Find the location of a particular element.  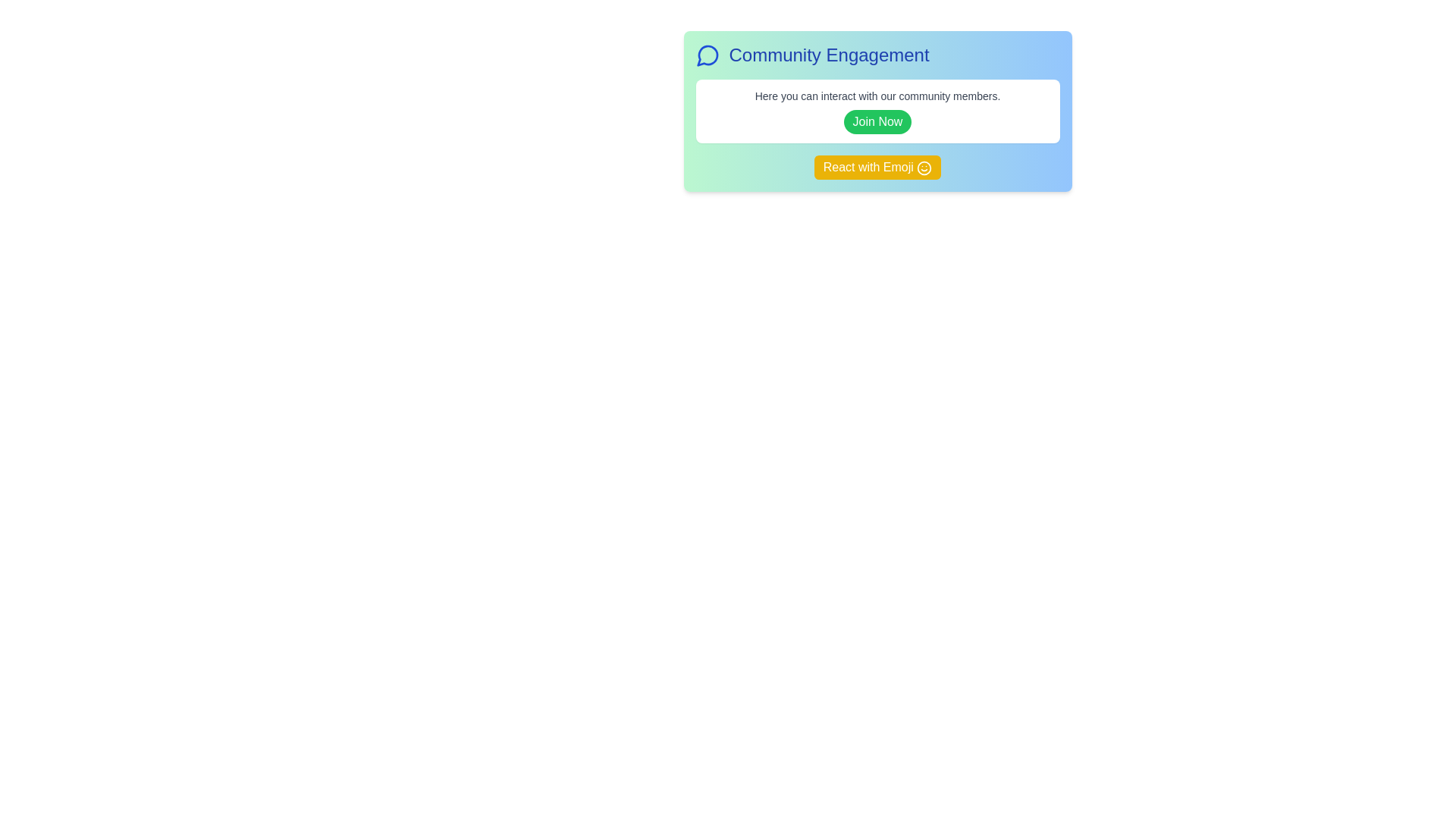

the introductory text element that provides information to the user, located above the green 'Join Now' button is located at coordinates (877, 96).